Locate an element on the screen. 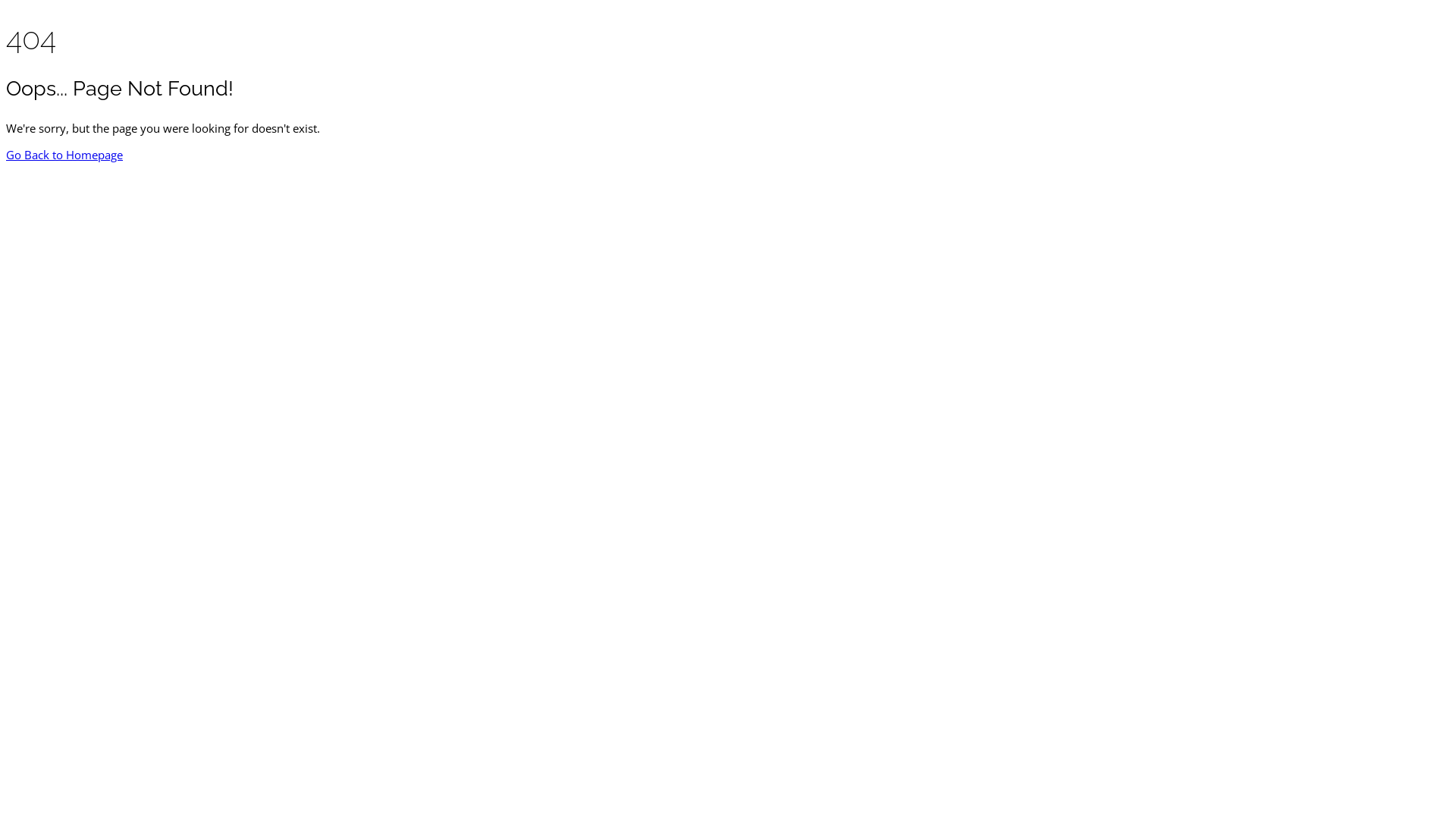 This screenshot has height=819, width=1456. 'Go Back to Homepage' is located at coordinates (6, 155).